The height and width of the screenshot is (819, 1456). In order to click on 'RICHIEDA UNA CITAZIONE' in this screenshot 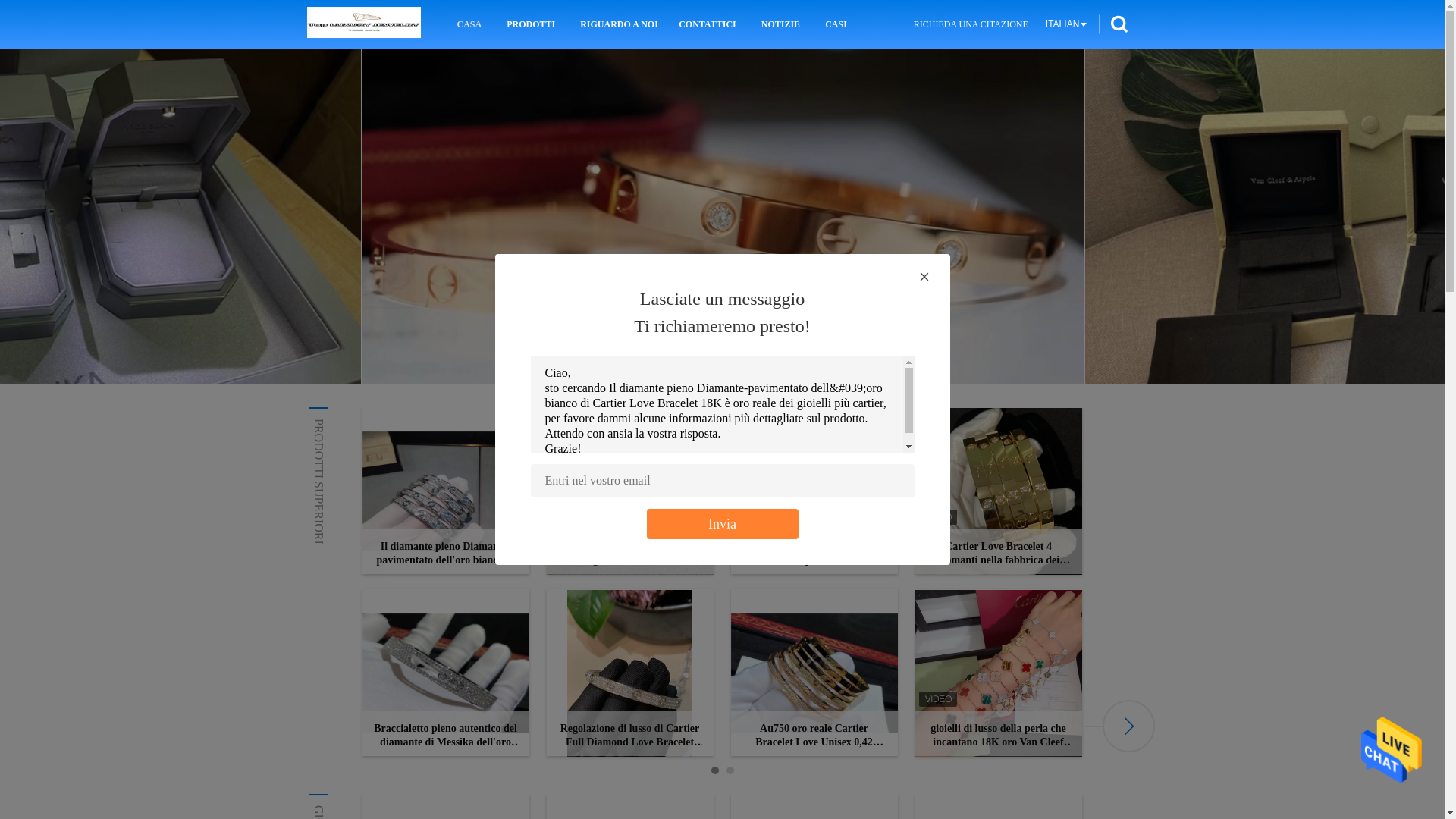, I will do `click(971, 24)`.